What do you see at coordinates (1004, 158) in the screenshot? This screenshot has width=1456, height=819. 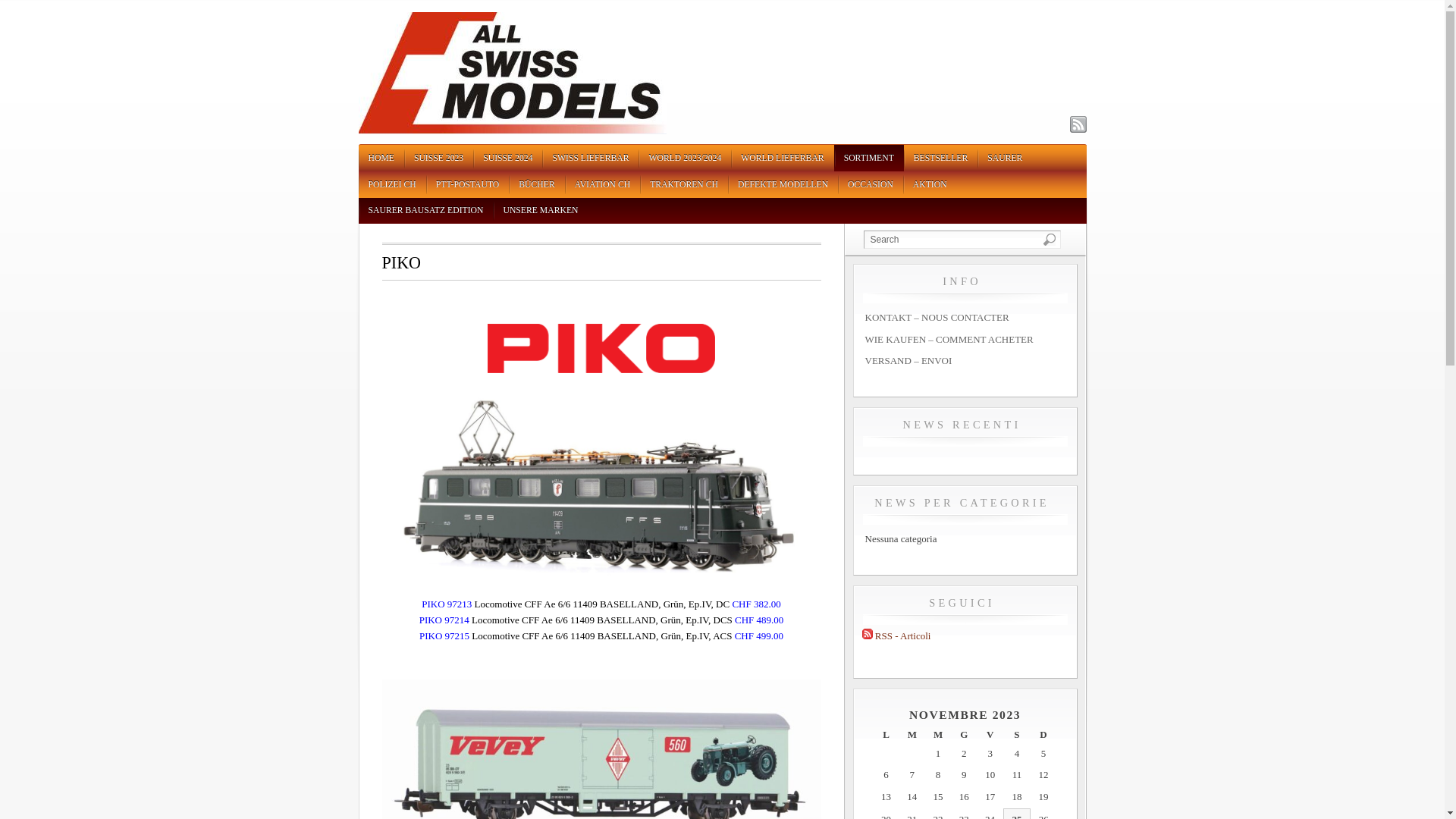 I see `'SAURER'` at bounding box center [1004, 158].